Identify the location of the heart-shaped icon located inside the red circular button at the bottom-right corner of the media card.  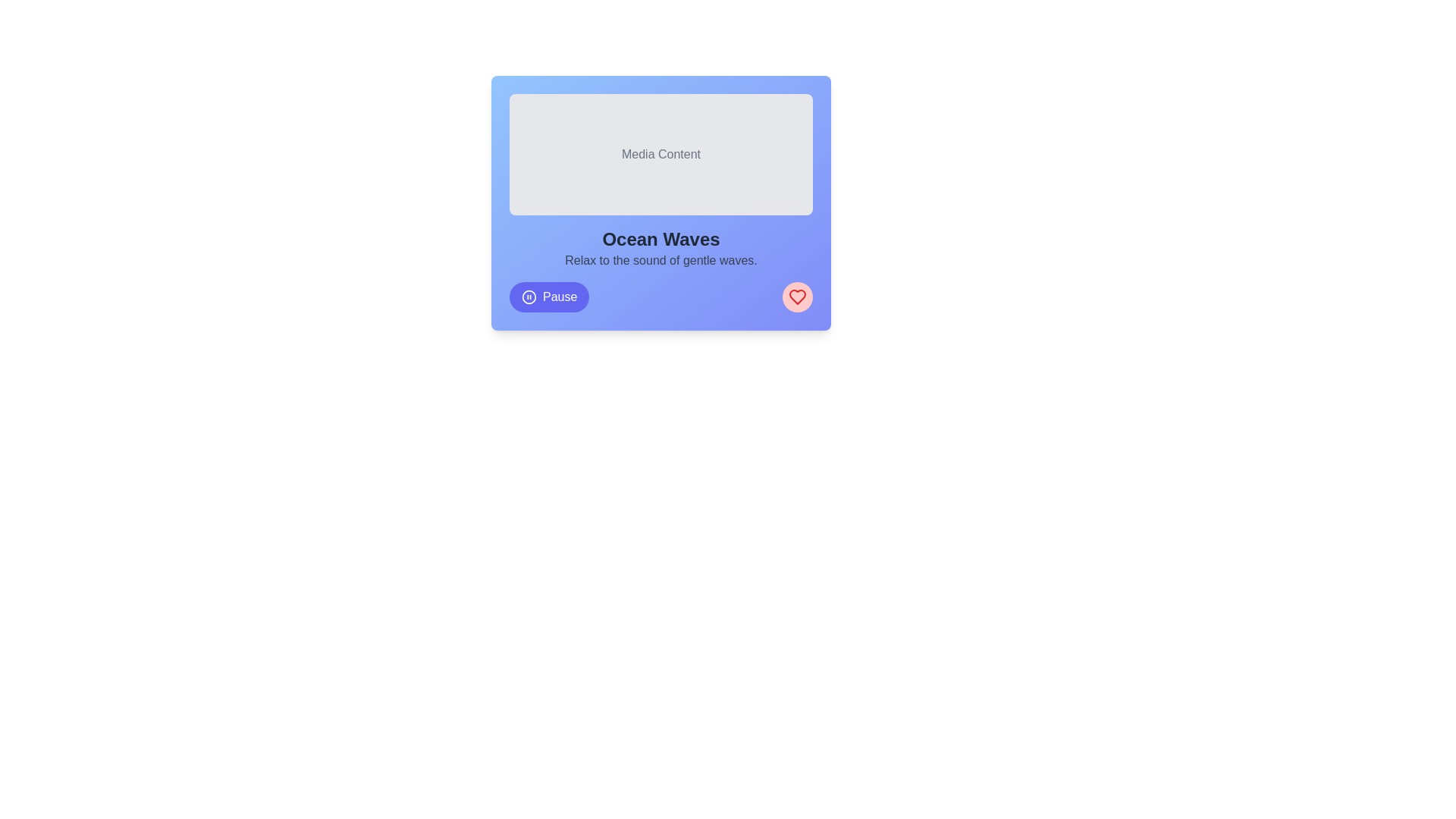
(796, 297).